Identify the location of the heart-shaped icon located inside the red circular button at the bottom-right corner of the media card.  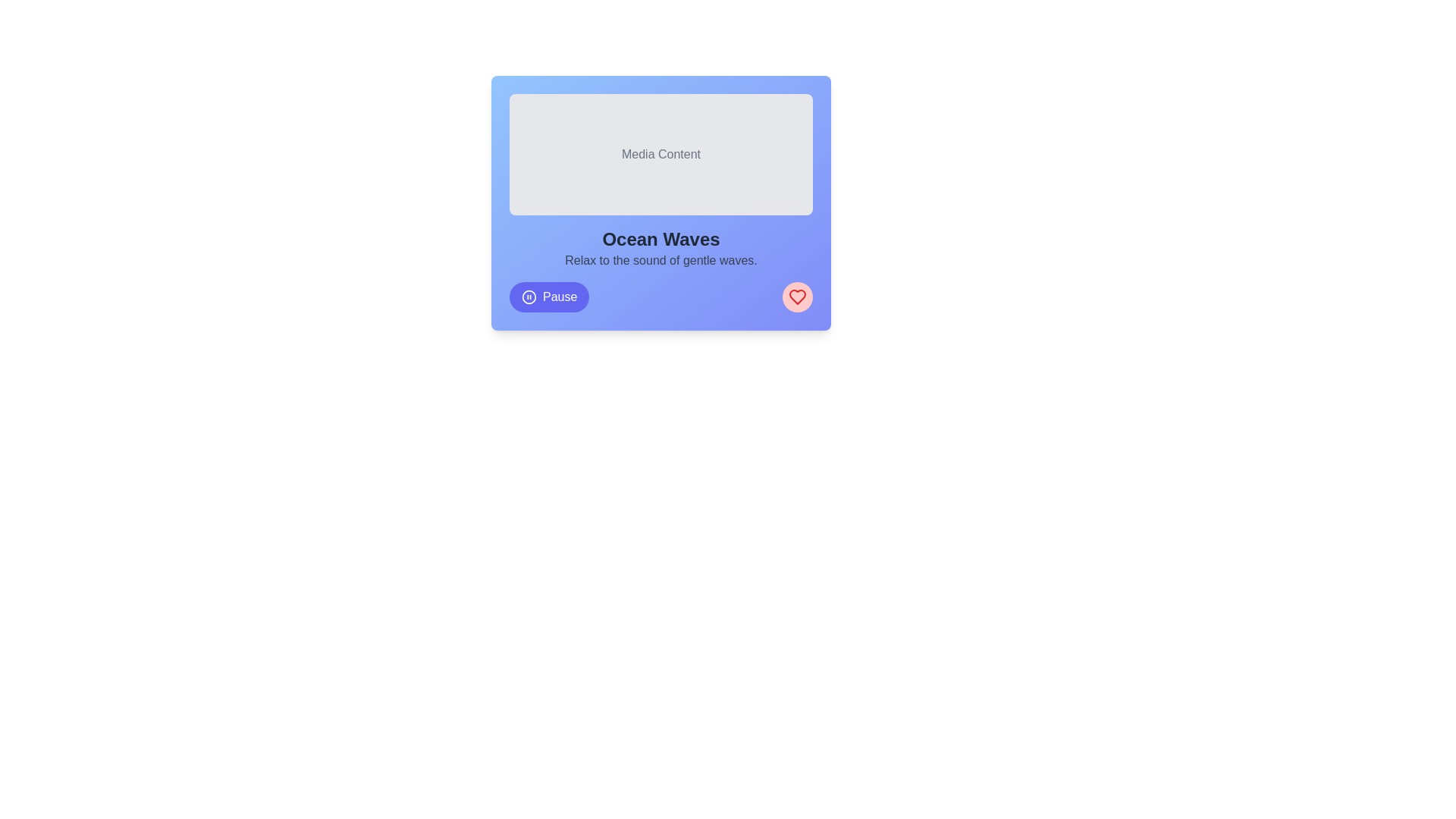
(796, 297).